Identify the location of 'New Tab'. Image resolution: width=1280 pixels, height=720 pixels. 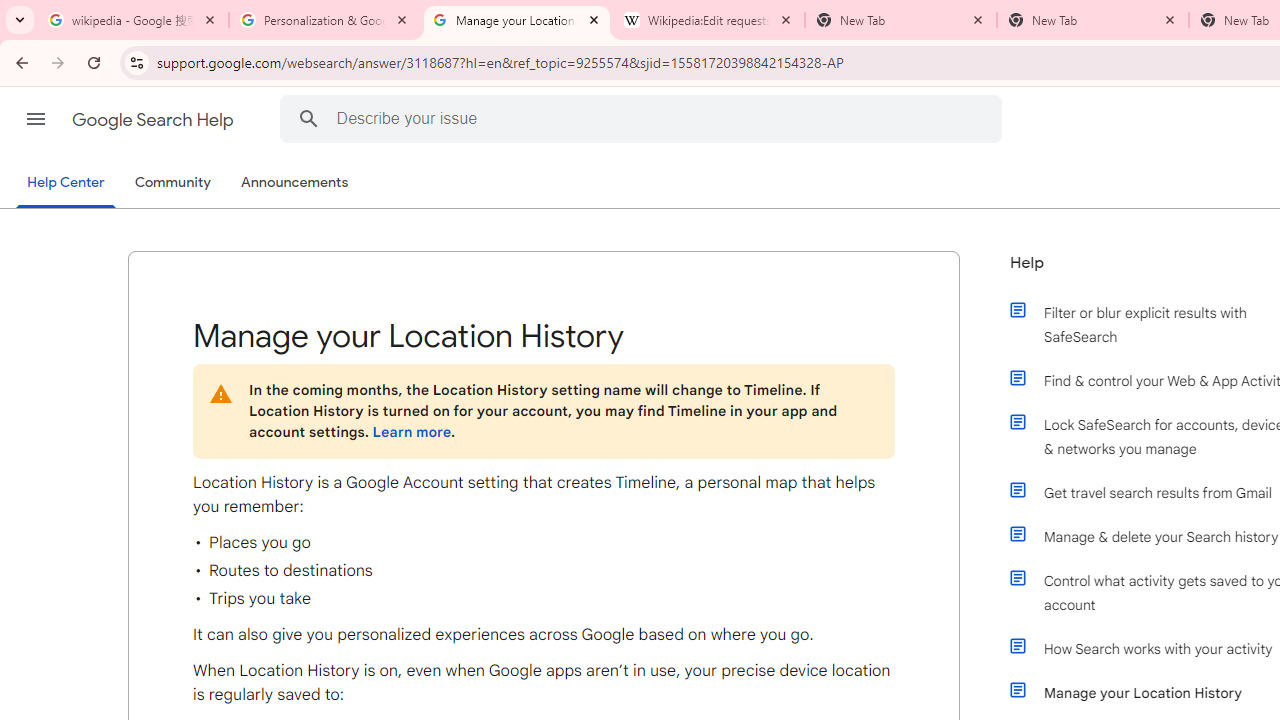
(1092, 20).